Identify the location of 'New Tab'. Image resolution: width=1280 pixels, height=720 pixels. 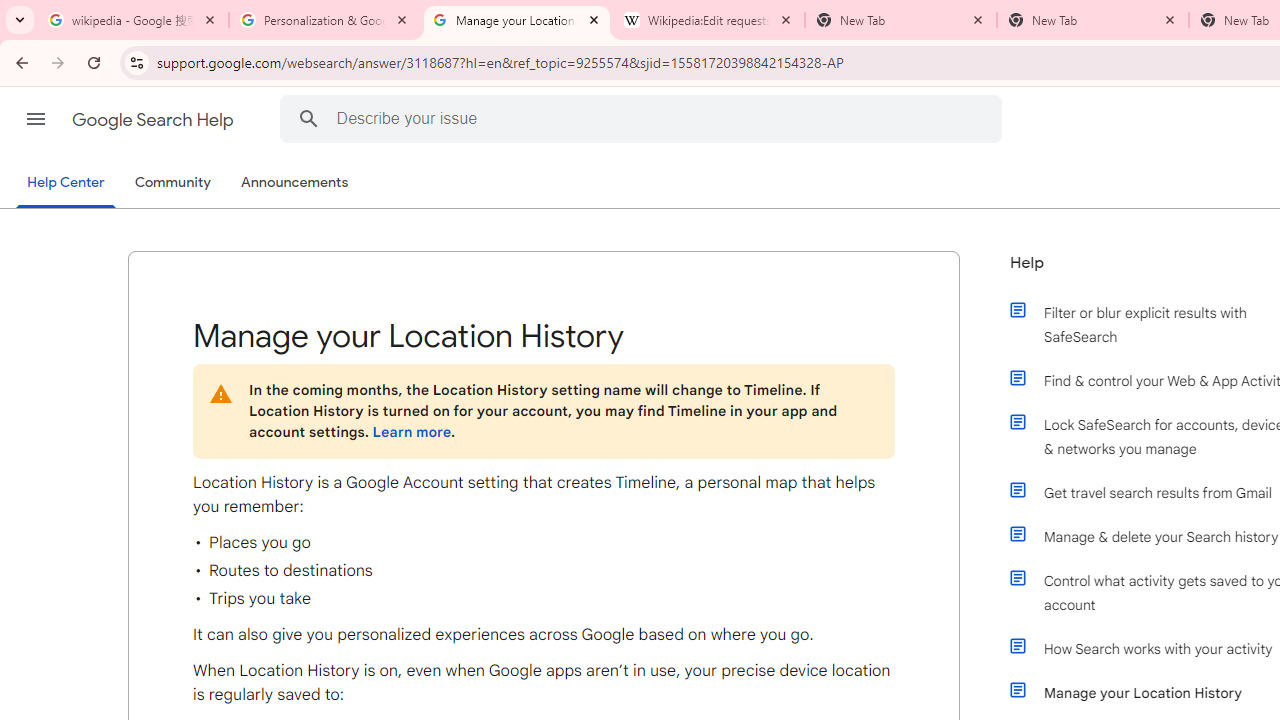
(1092, 20).